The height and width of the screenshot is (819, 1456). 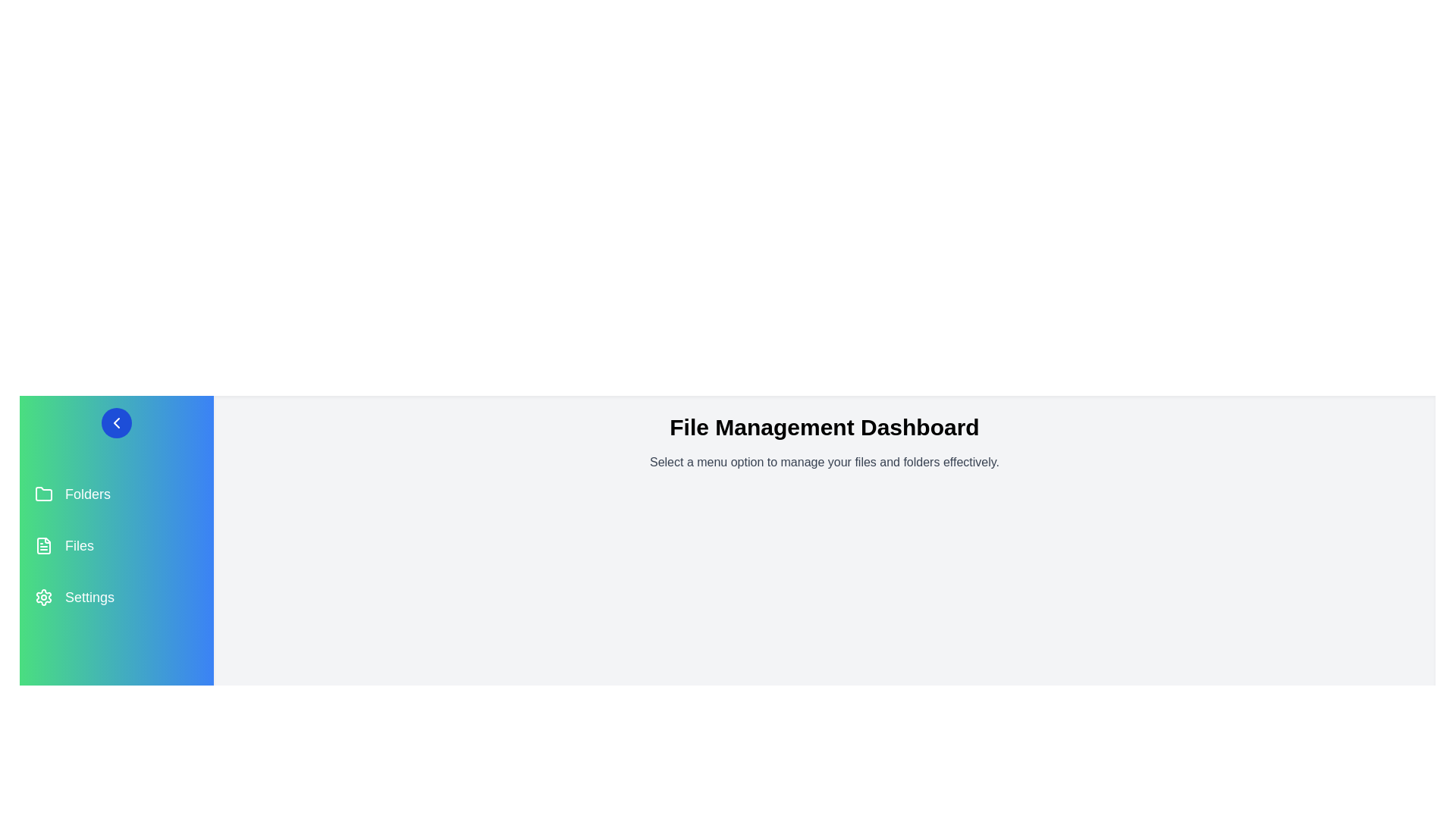 I want to click on the menu item Files, so click(x=115, y=546).